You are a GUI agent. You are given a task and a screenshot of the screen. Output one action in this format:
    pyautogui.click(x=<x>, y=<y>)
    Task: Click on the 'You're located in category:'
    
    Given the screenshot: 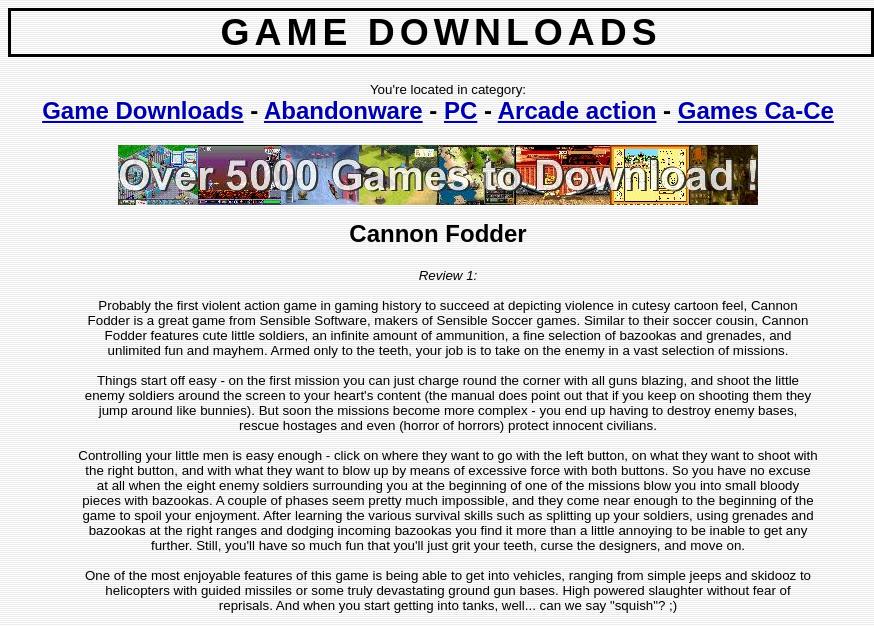 What is the action you would take?
    pyautogui.click(x=446, y=88)
    